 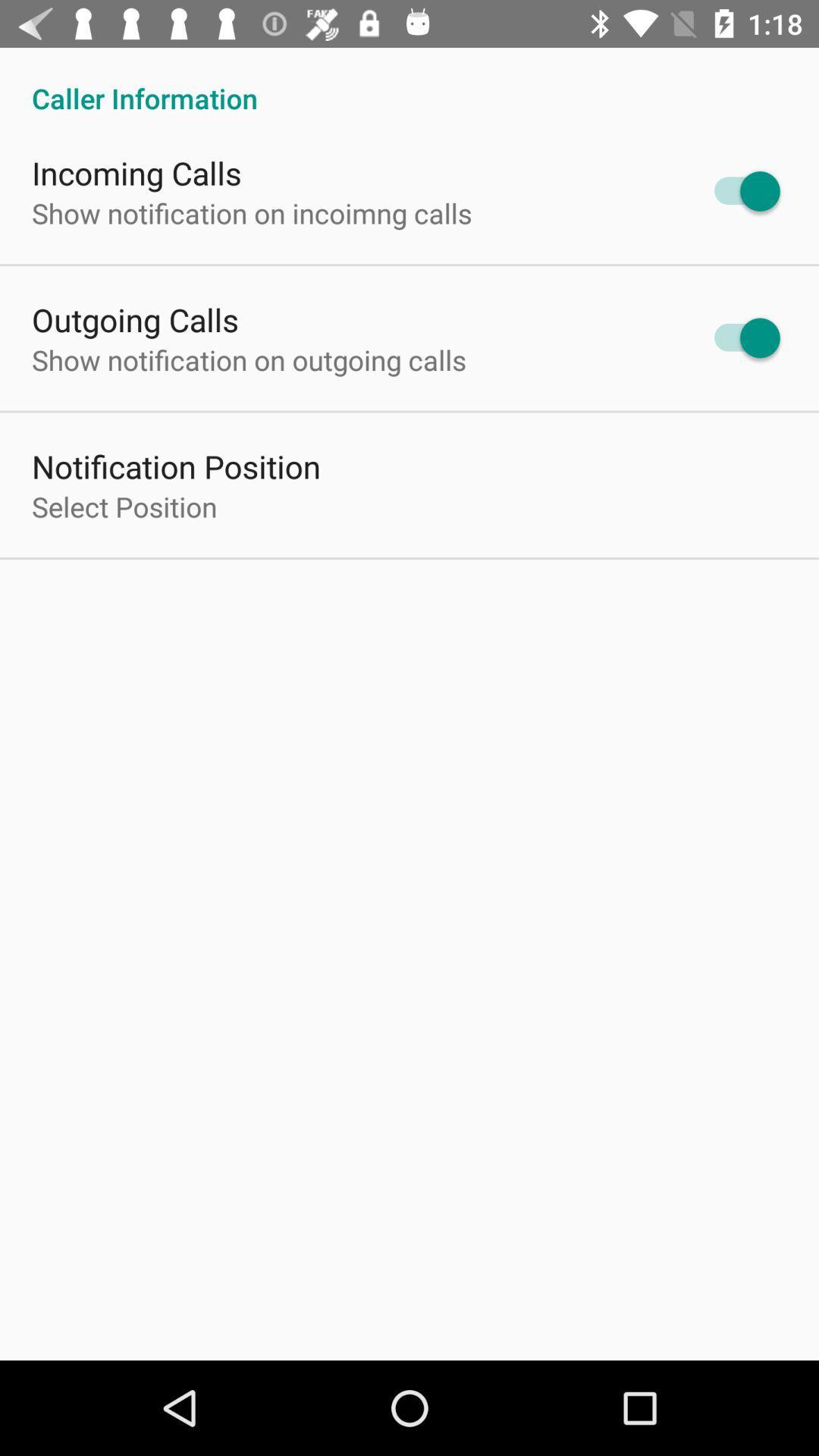 What do you see at coordinates (175, 465) in the screenshot?
I see `the notification position icon` at bounding box center [175, 465].